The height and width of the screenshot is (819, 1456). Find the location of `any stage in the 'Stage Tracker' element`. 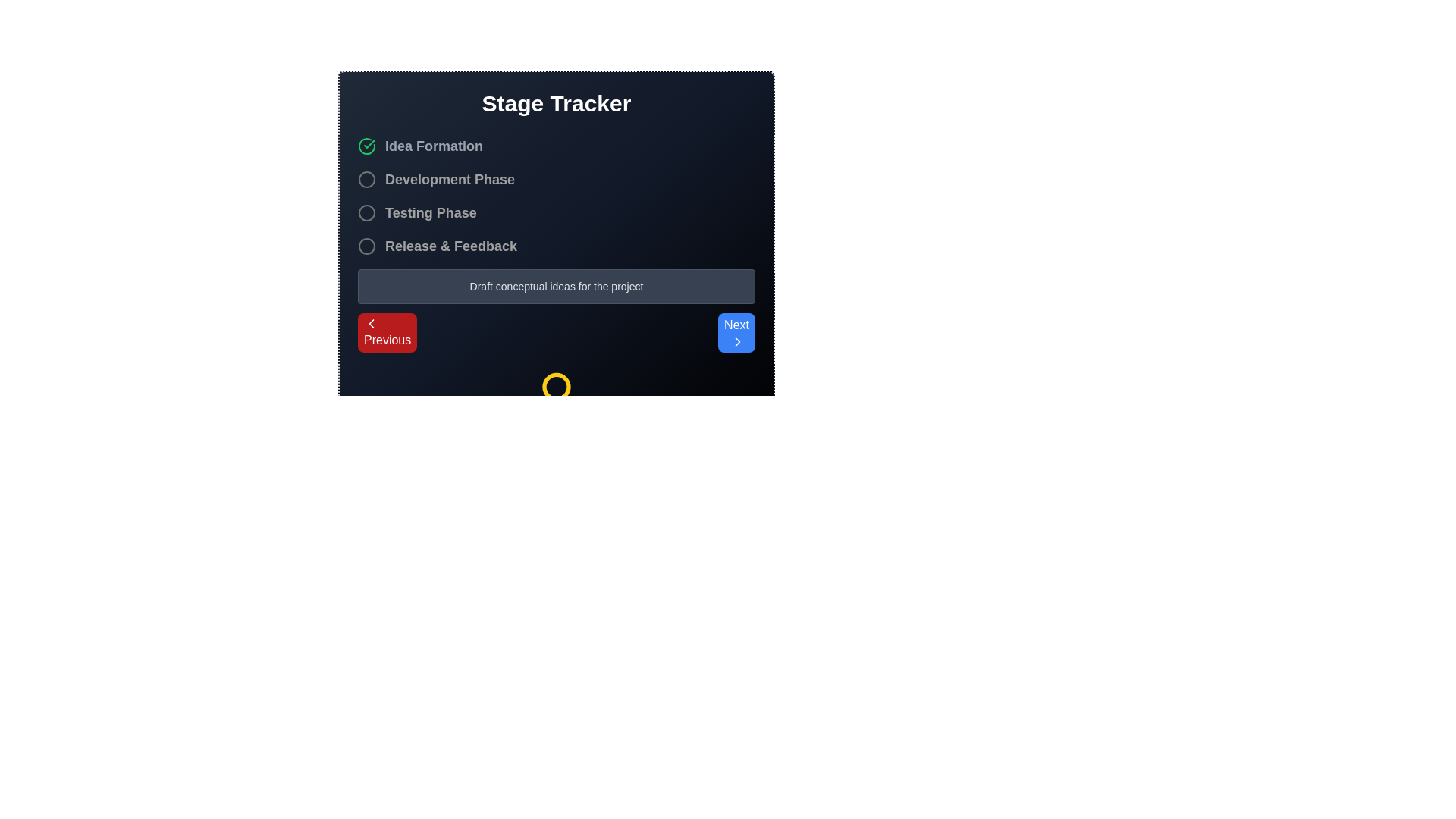

any stage in the 'Stage Tracker' element is located at coordinates (556, 253).